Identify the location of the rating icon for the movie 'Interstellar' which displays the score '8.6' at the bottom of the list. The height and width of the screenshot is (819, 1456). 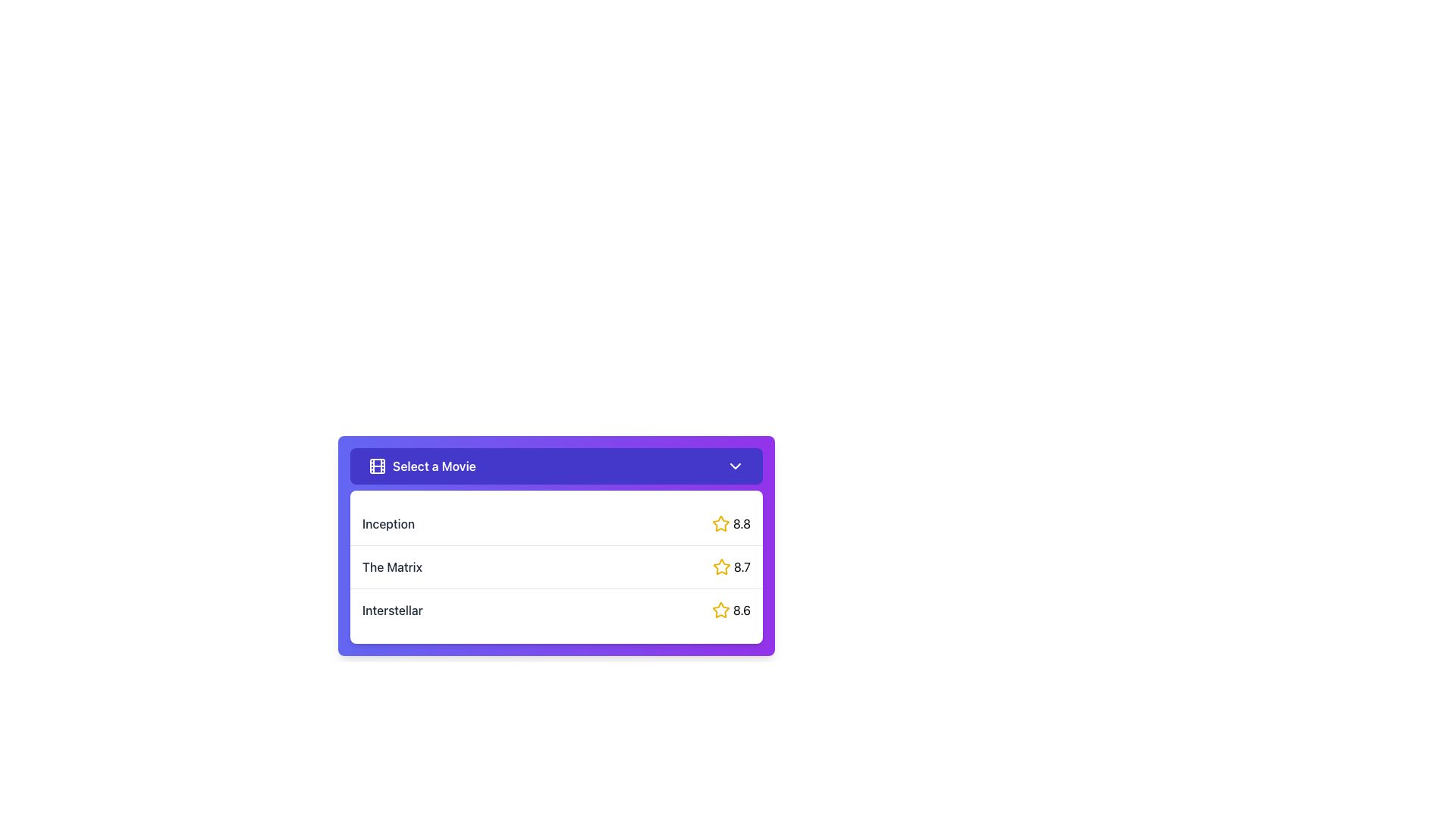
(720, 610).